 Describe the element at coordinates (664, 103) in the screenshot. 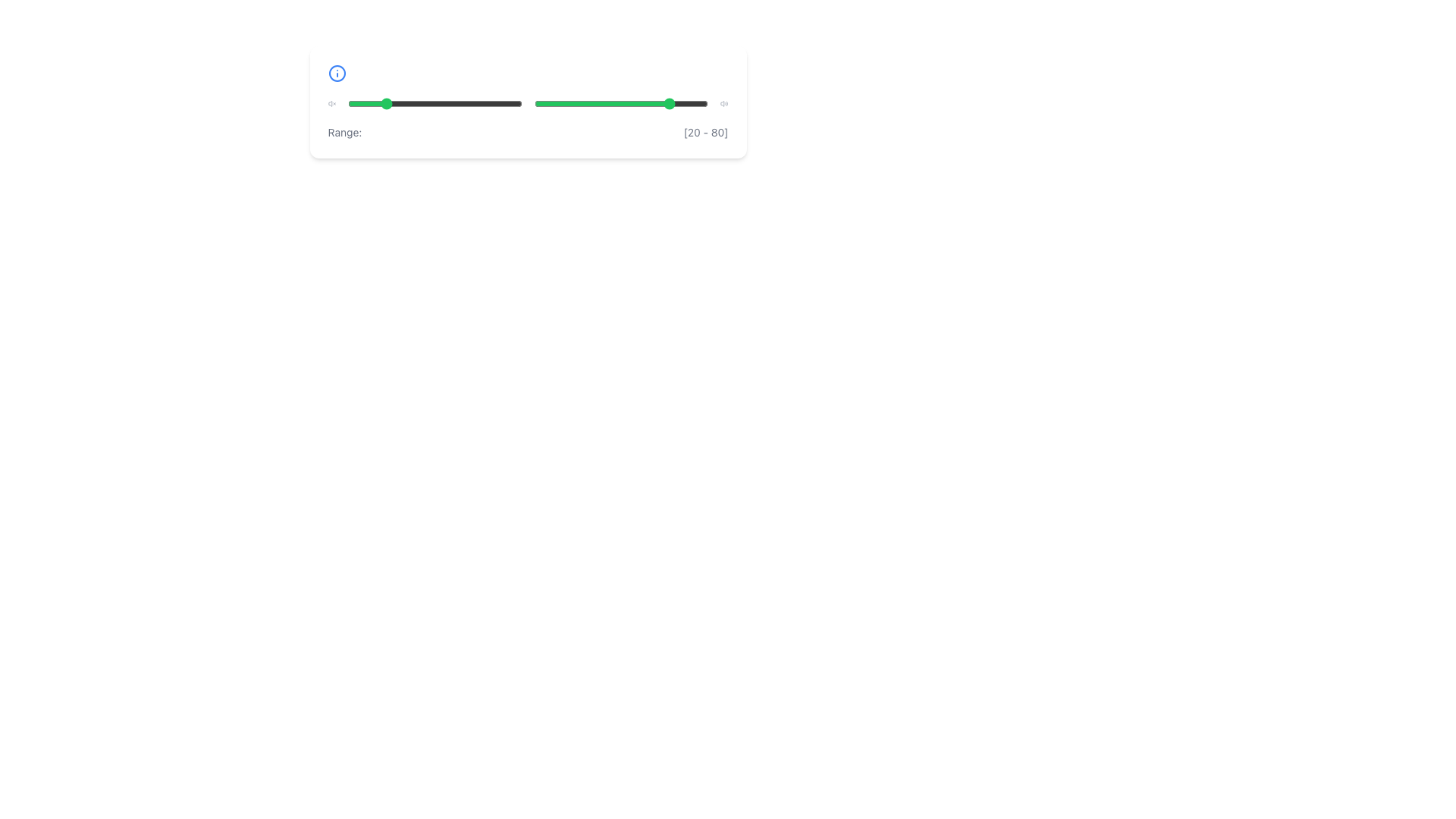

I see `the slider value` at that location.